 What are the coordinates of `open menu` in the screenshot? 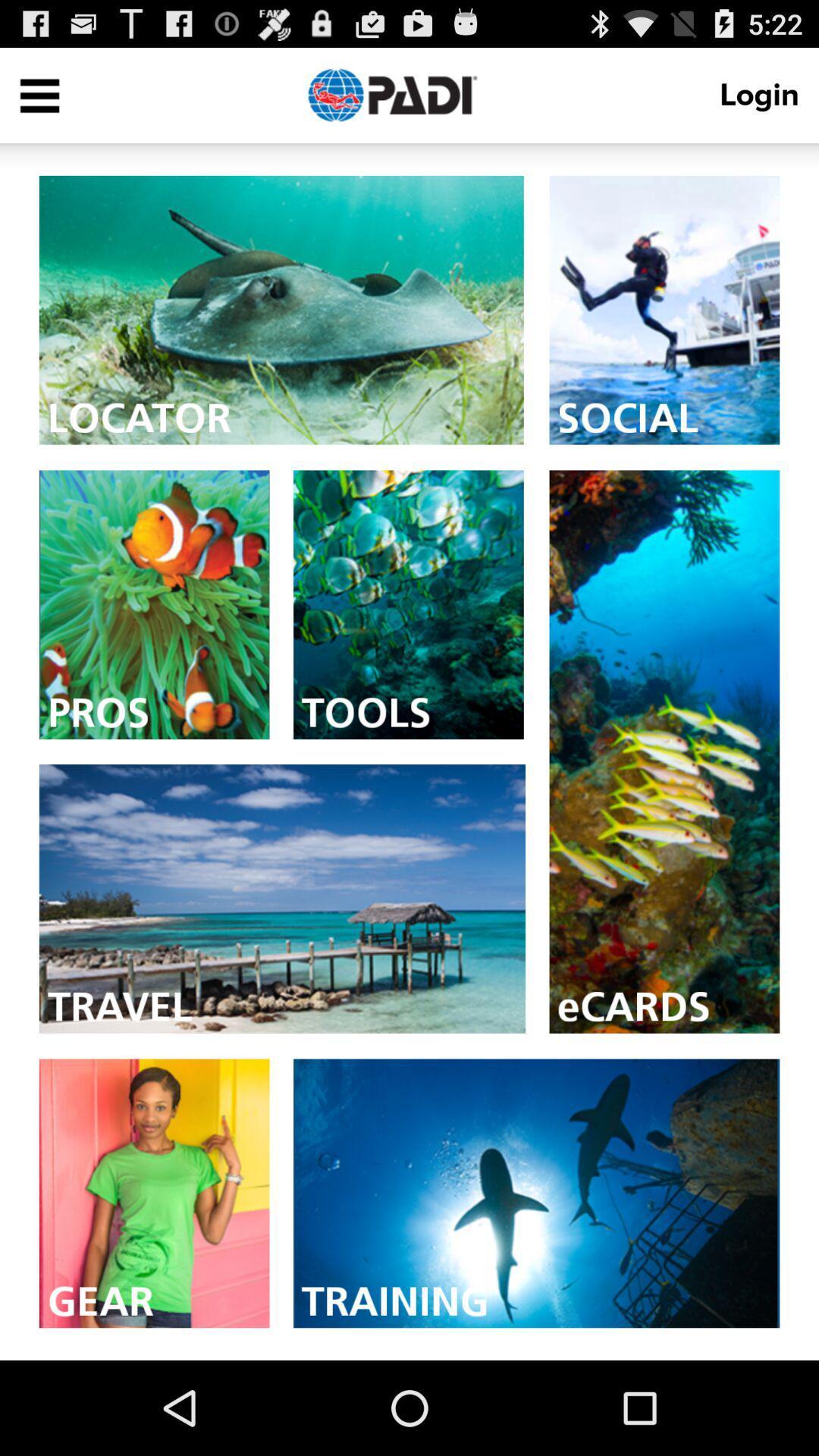 It's located at (39, 94).